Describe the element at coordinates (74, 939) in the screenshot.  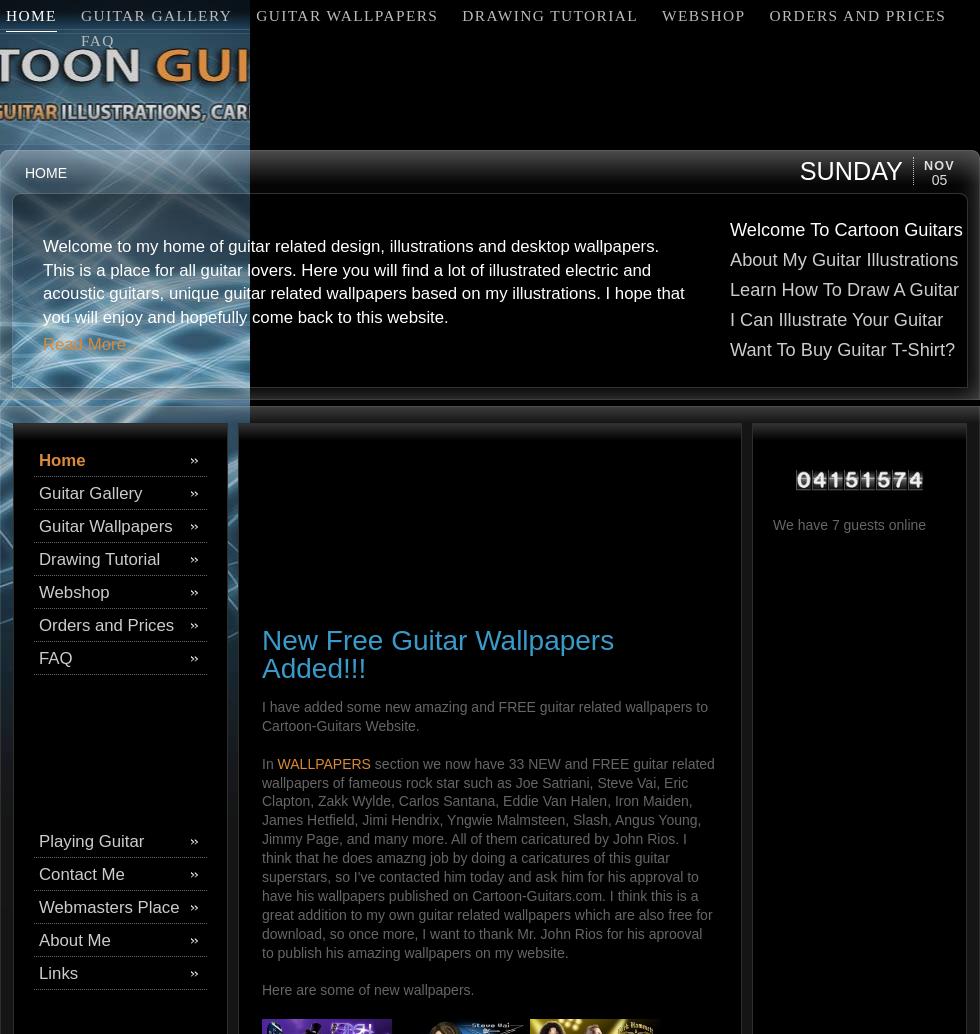
I see `'About Me'` at that location.